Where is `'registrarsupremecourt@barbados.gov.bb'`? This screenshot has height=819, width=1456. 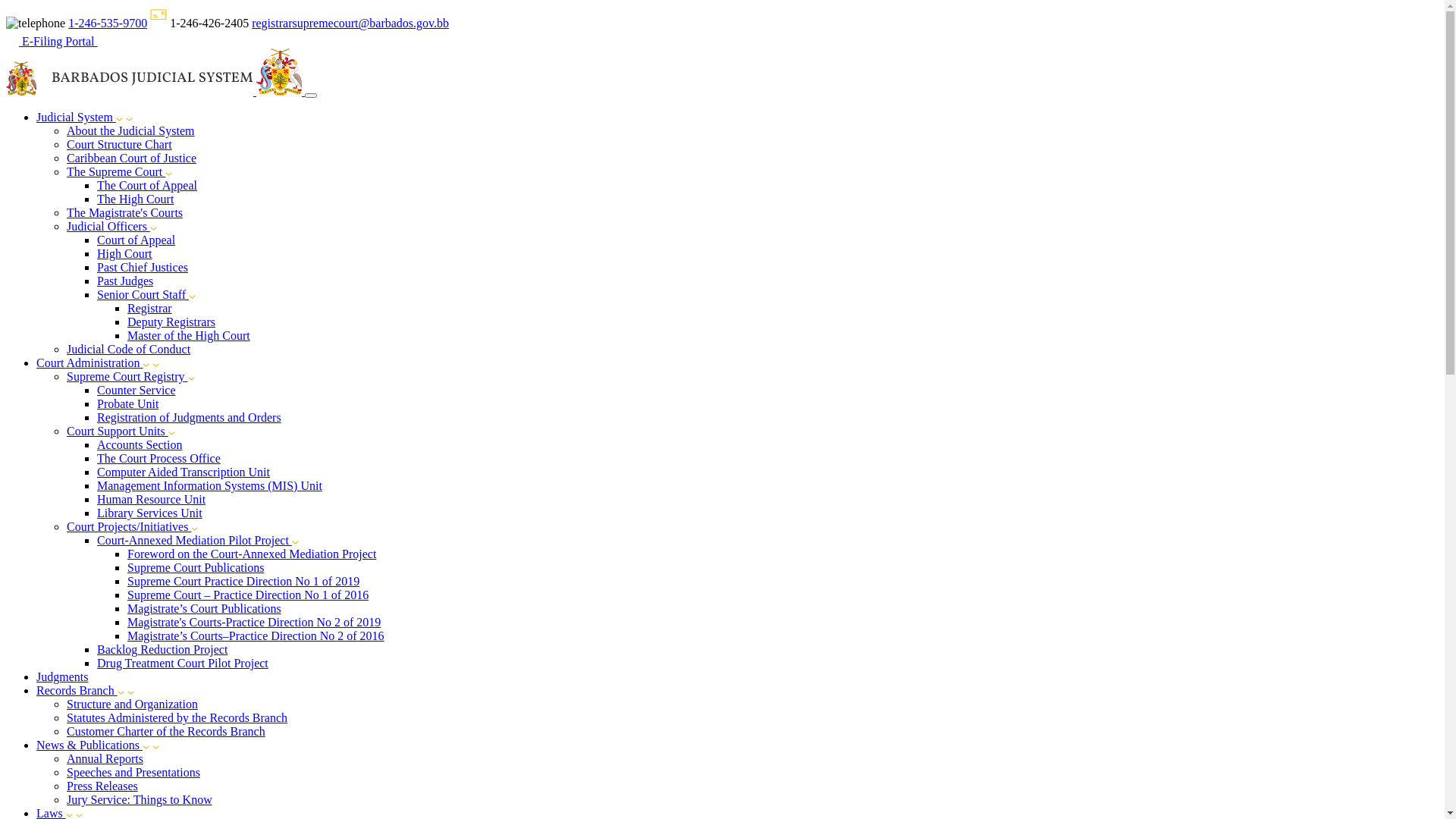 'registrarsupremecourt@barbados.gov.bb' is located at coordinates (349, 23).